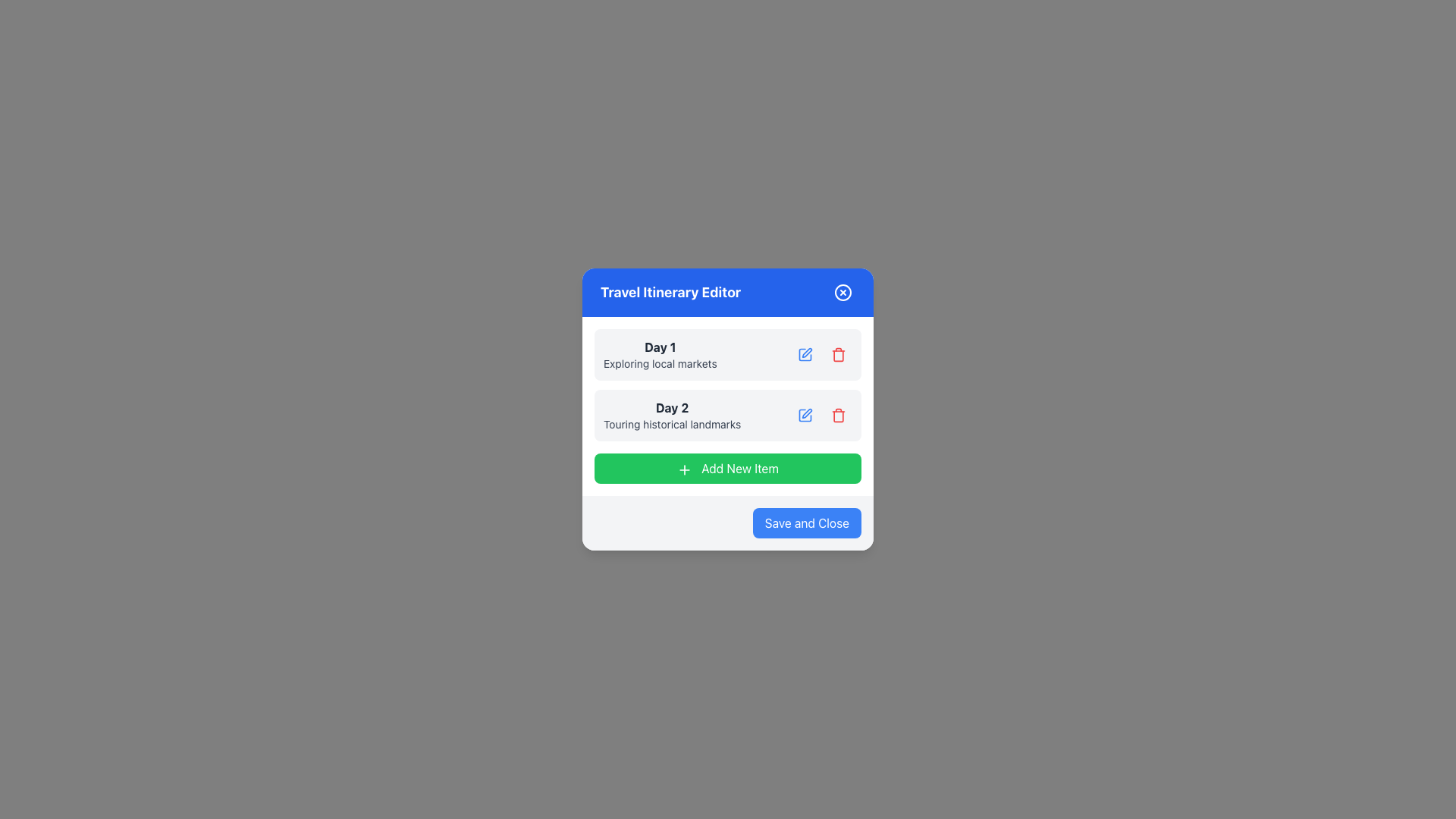 The image size is (1456, 819). I want to click on text content of the label displaying the title 'Day 1' and description 'Exploring local markets', which is the first item in a vertical list of itinerary tasks located at the top of the list, so click(660, 354).